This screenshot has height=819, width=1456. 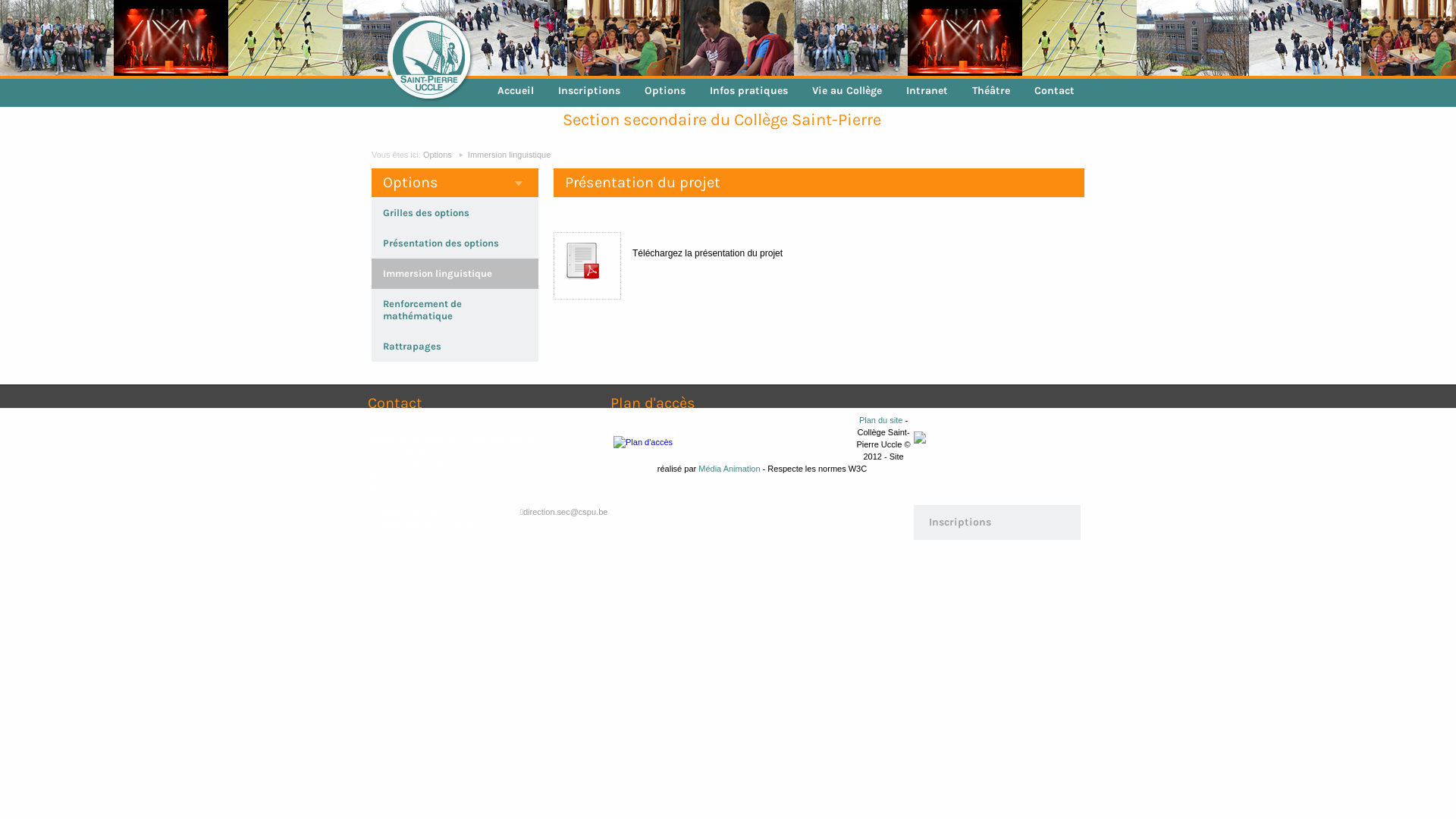 I want to click on 'Intranet', so click(x=926, y=90).